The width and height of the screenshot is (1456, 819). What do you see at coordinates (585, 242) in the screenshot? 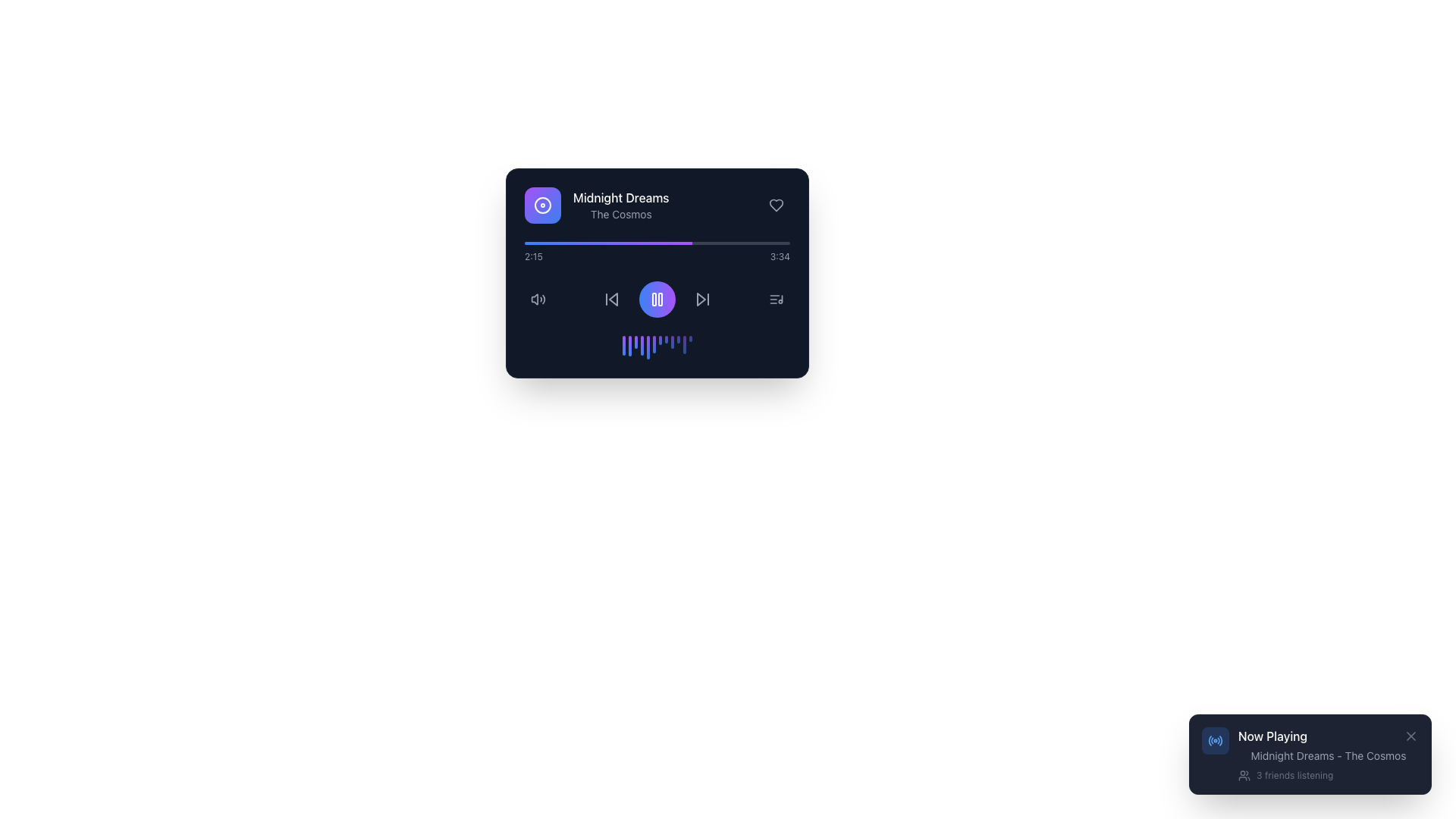
I see `playback time` at bounding box center [585, 242].